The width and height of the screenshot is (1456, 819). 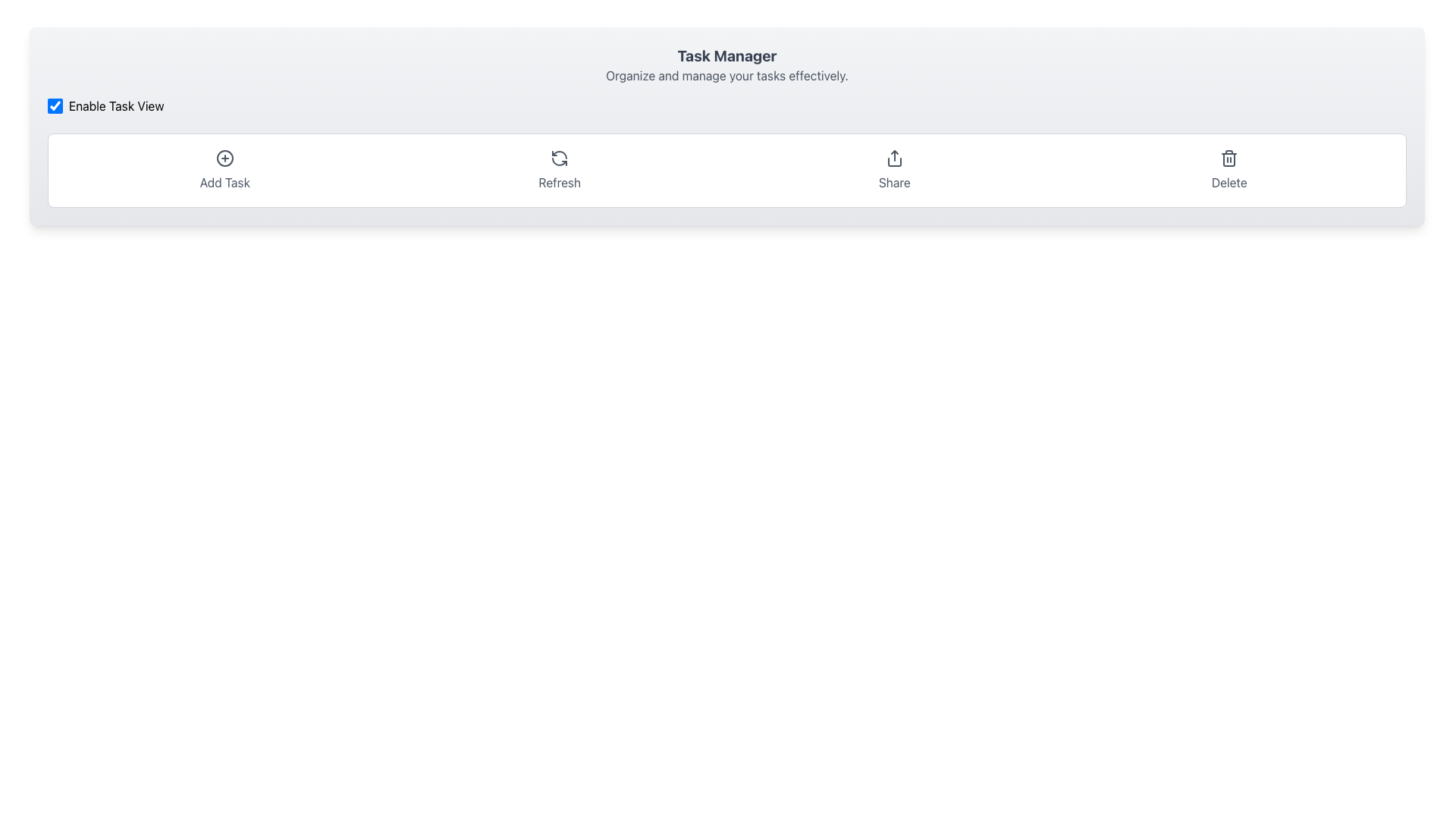 What do you see at coordinates (224, 158) in the screenshot?
I see `the Circle SVG element that indicates the addition of tasks within the 'Add Task' button` at bounding box center [224, 158].